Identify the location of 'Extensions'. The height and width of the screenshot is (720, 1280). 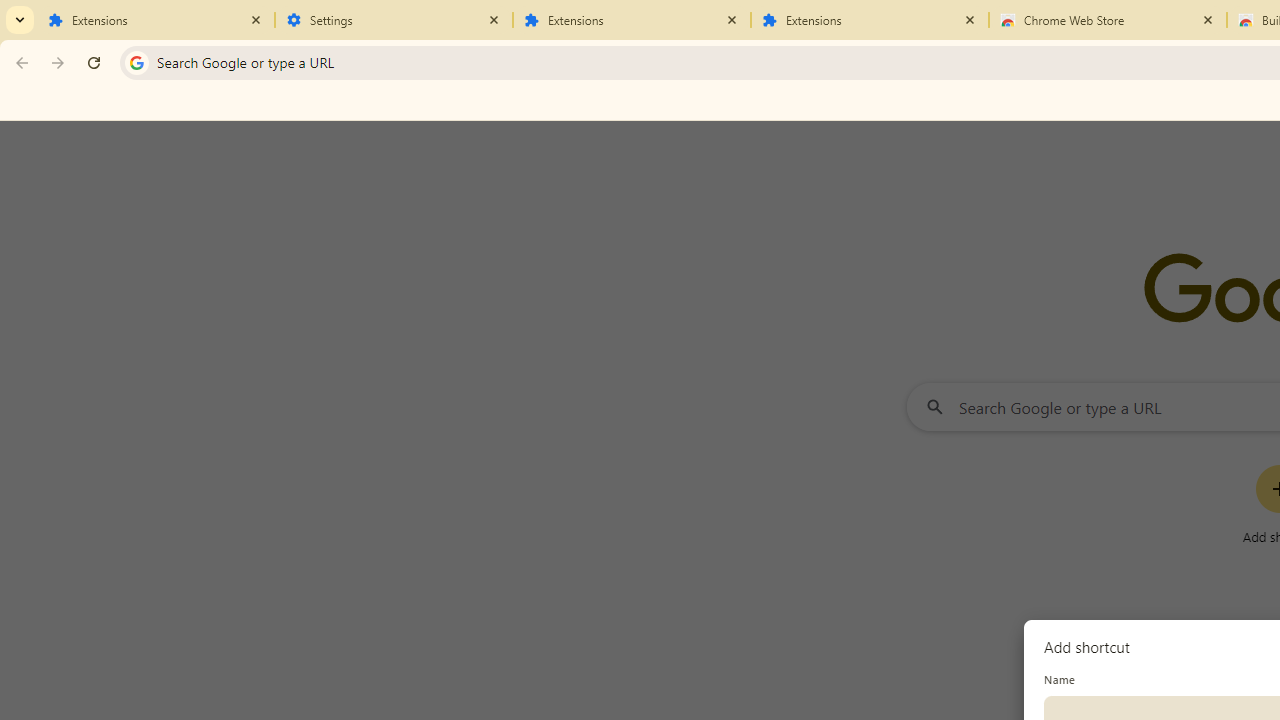
(155, 20).